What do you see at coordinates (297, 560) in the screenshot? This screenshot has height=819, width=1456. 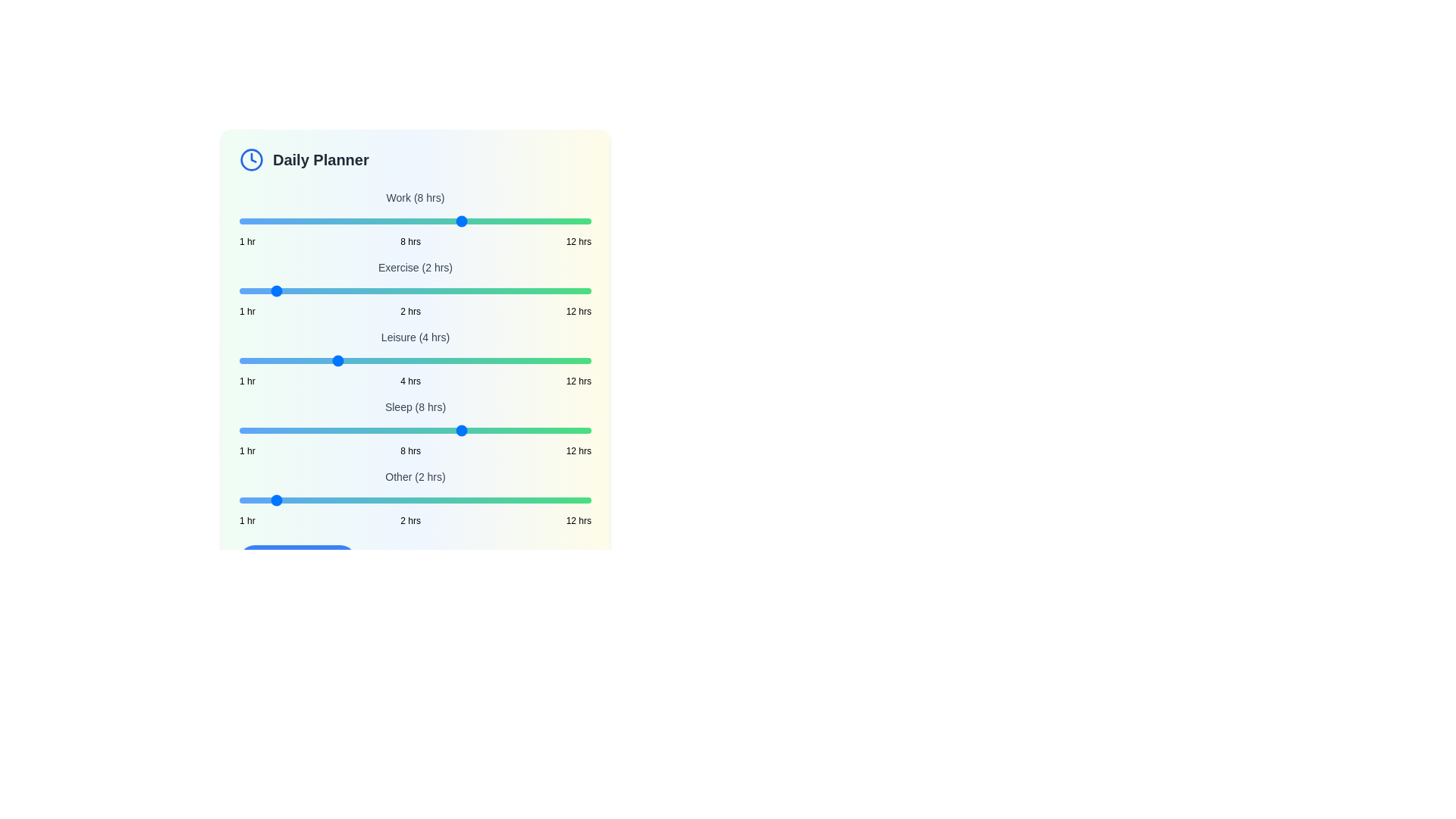 I see `'Save Plan' button` at bounding box center [297, 560].